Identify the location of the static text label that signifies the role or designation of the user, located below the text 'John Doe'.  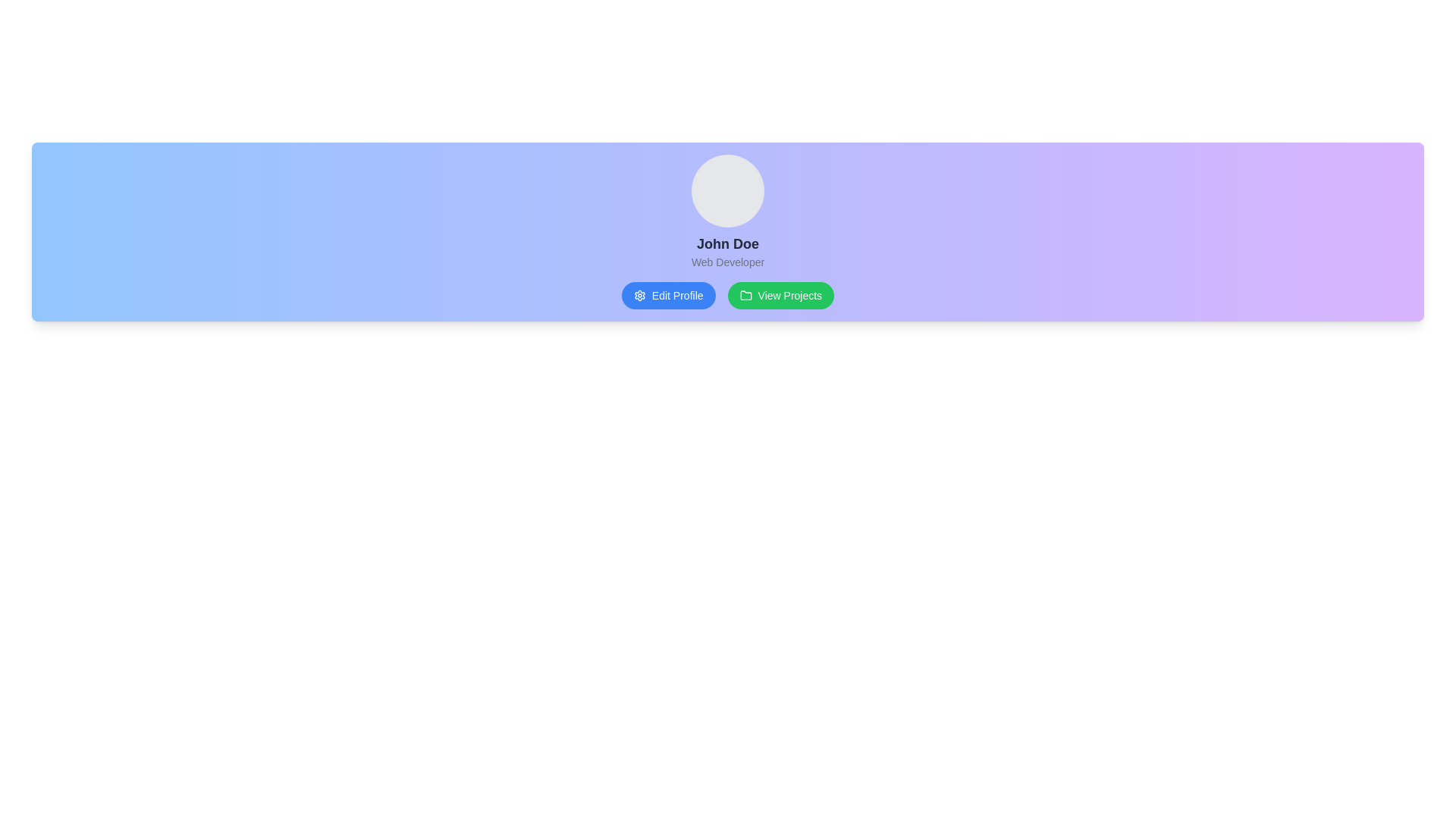
(728, 262).